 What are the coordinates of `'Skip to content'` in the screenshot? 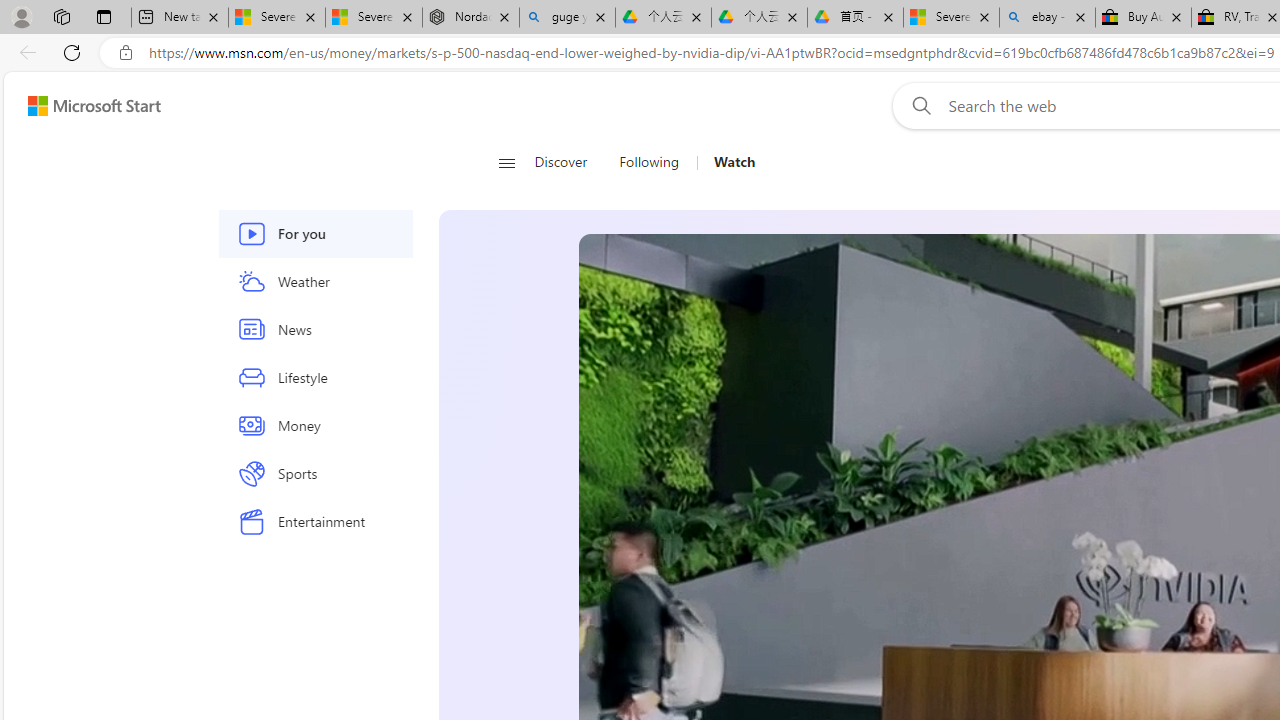 It's located at (86, 105).